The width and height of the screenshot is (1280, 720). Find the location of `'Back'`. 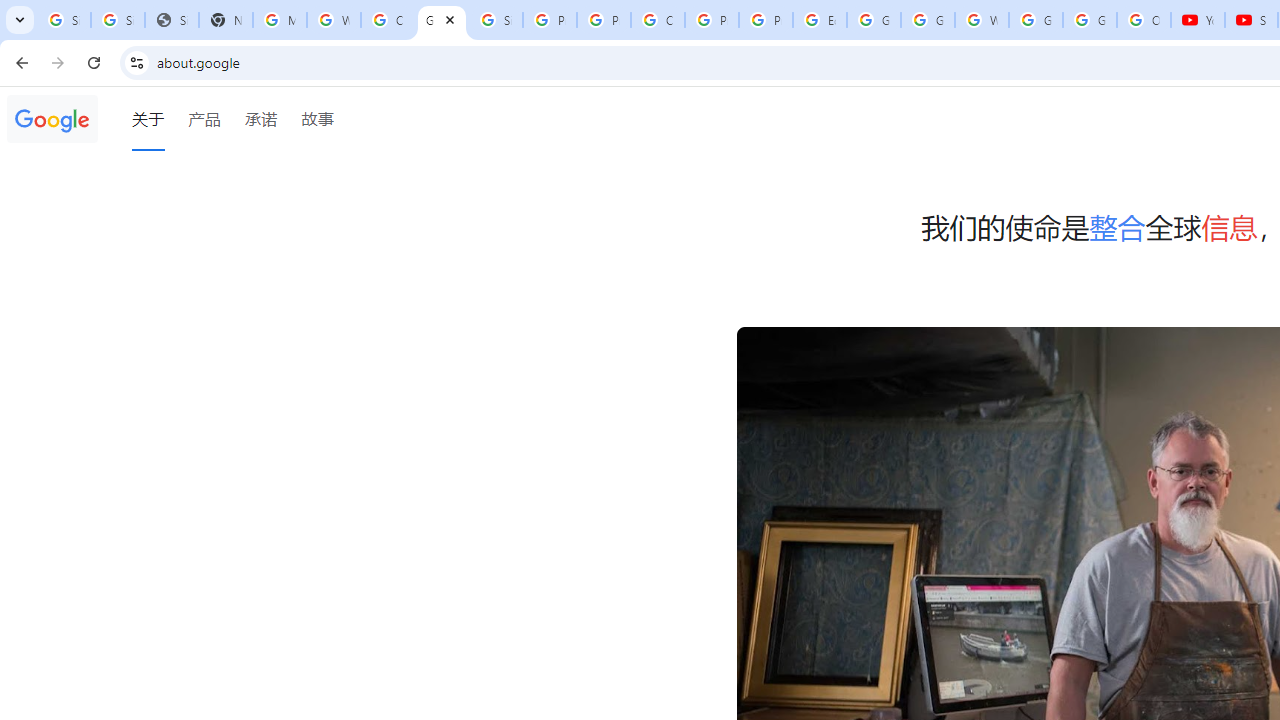

'Back' is located at coordinates (19, 61).